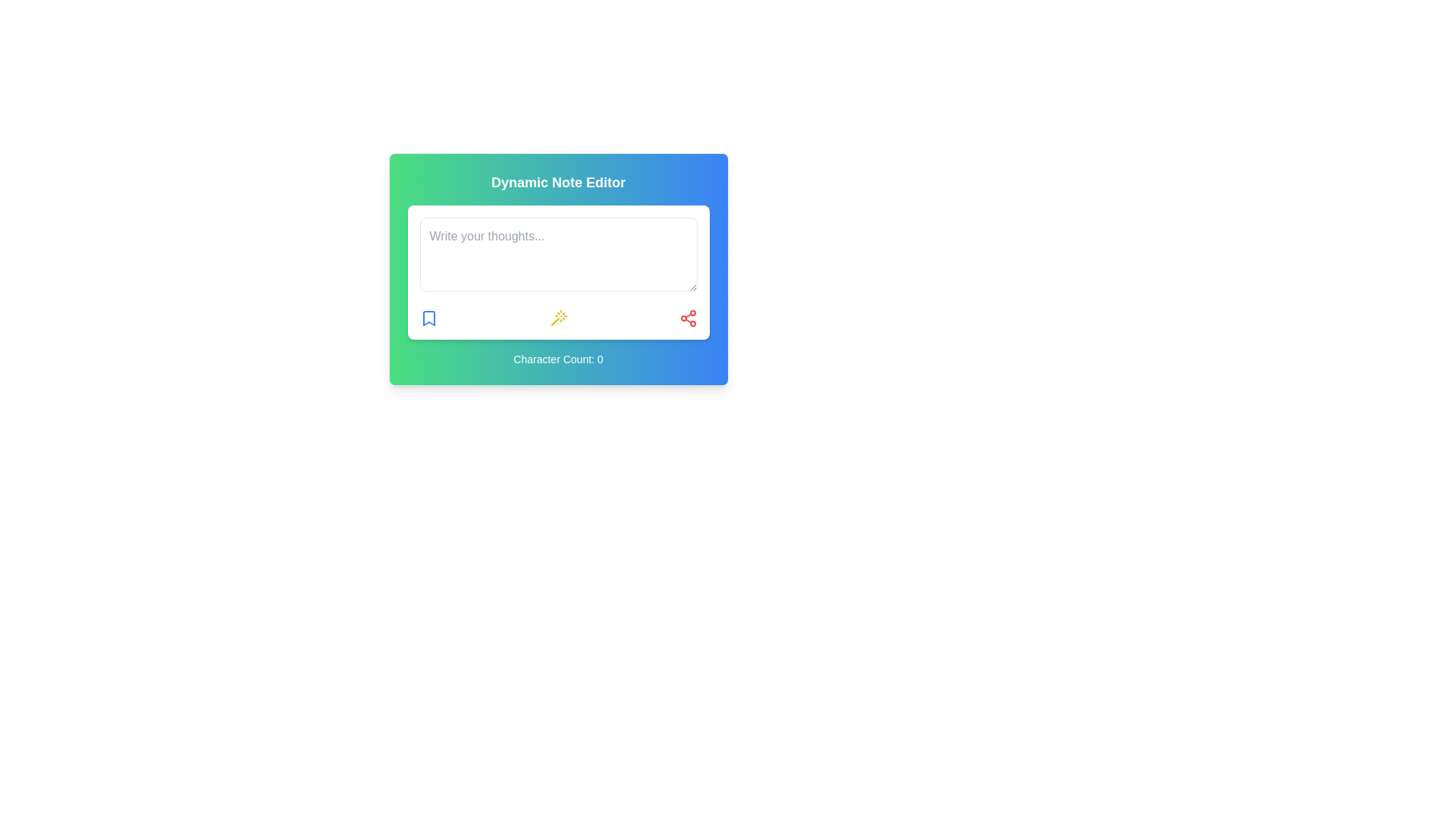 The image size is (1456, 819). What do you see at coordinates (687, 318) in the screenshot?
I see `the red share icon button located in the bottom-right corner of the card, which resembles a network of three connected nodes in a triangular pattern` at bounding box center [687, 318].